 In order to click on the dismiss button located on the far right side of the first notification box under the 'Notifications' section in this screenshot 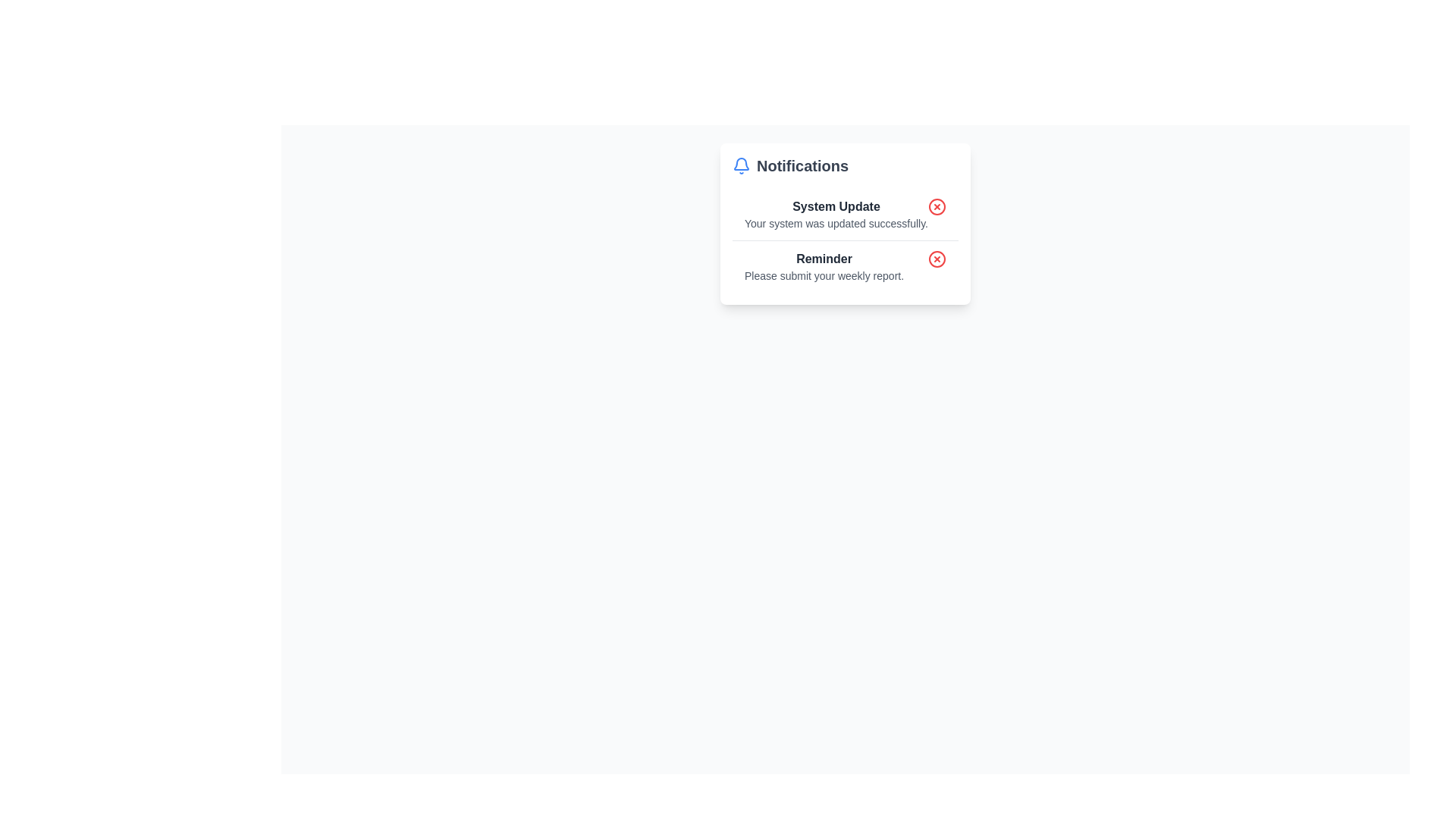, I will do `click(937, 207)`.